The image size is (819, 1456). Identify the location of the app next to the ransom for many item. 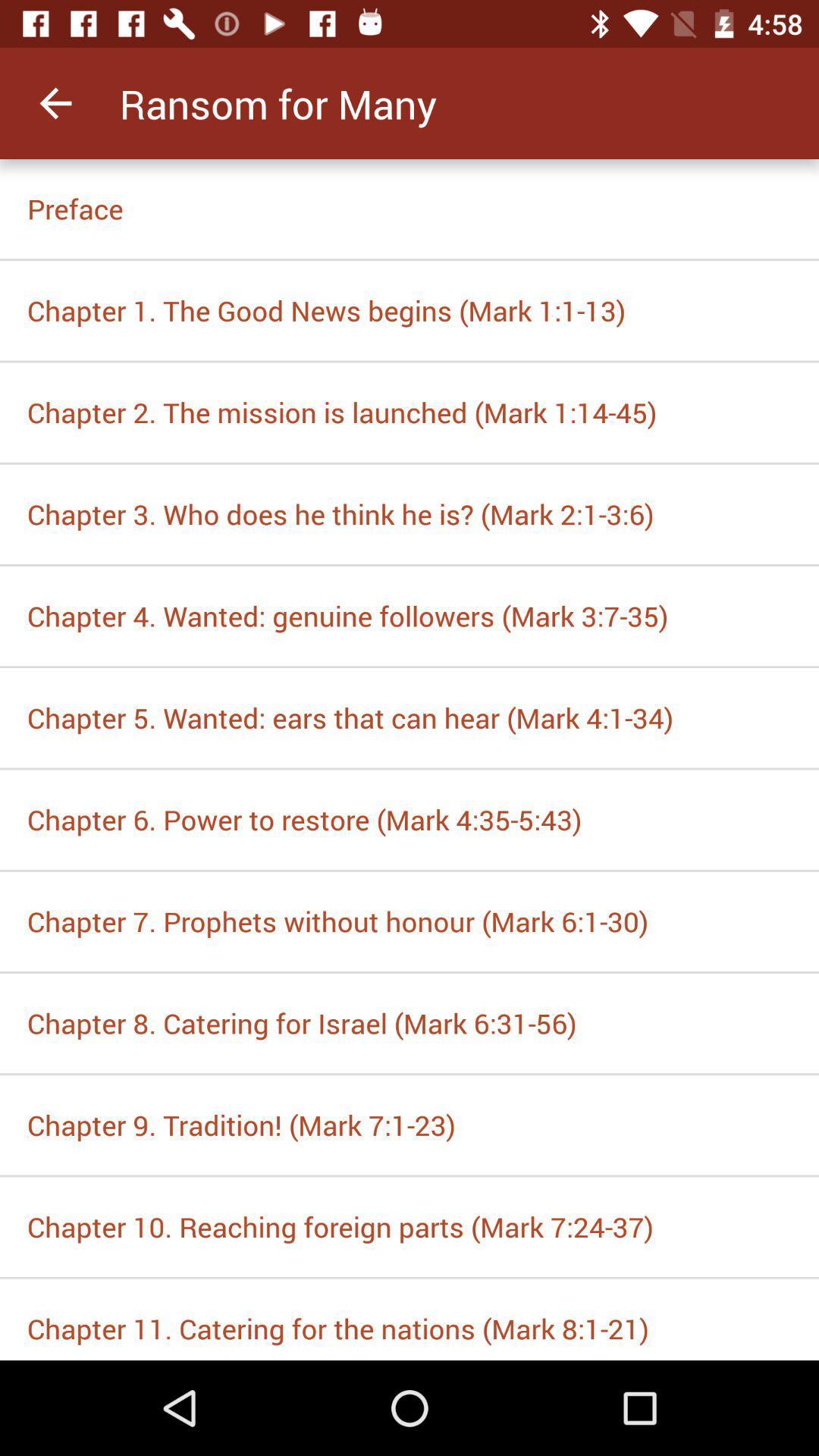
(55, 102).